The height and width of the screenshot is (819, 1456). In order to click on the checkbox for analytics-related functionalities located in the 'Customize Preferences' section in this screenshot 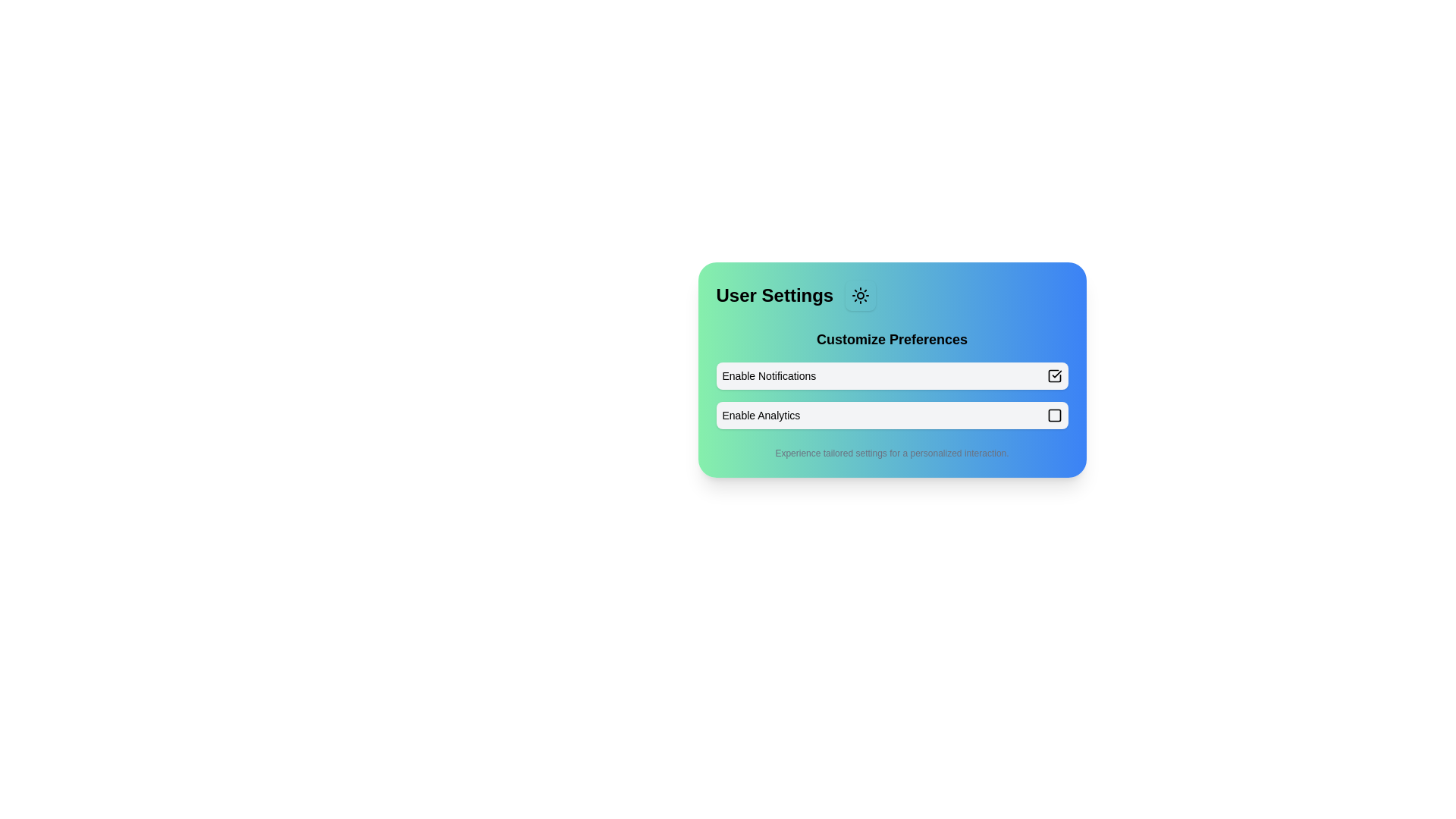, I will do `click(892, 415)`.